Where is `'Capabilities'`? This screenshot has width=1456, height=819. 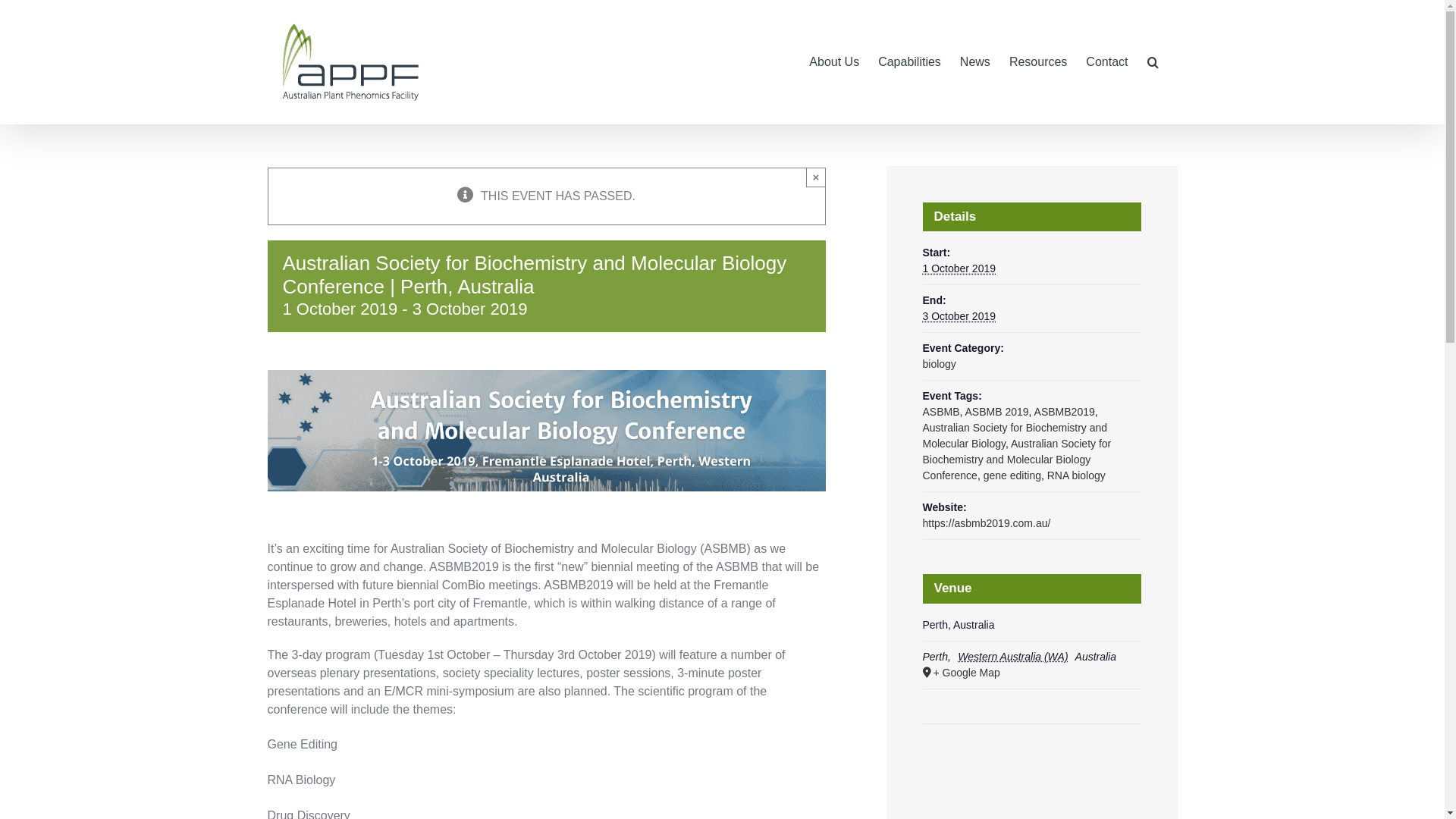 'Capabilities' is located at coordinates (909, 61).